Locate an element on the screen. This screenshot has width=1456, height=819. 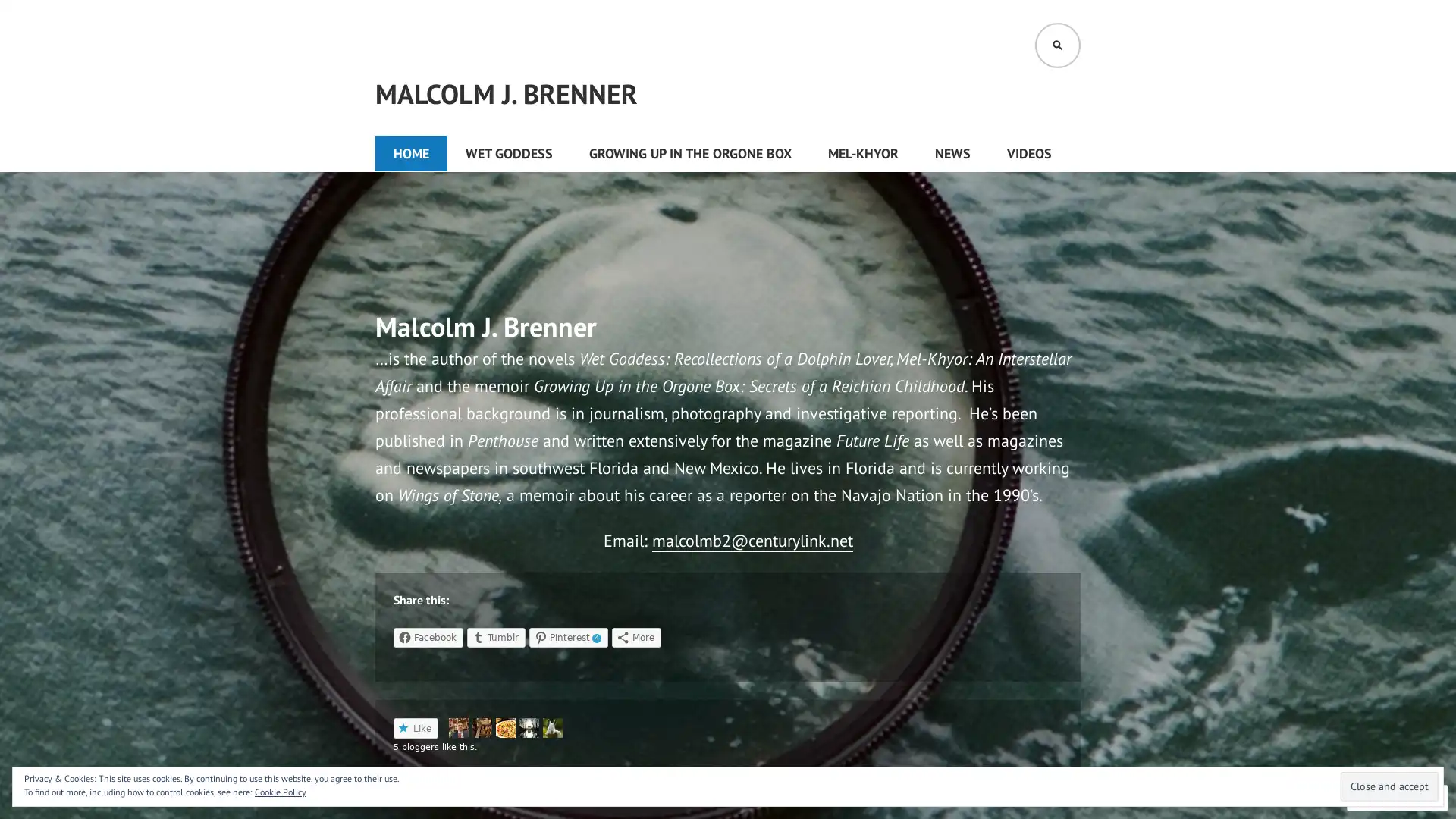
Close and accept is located at coordinates (1389, 786).